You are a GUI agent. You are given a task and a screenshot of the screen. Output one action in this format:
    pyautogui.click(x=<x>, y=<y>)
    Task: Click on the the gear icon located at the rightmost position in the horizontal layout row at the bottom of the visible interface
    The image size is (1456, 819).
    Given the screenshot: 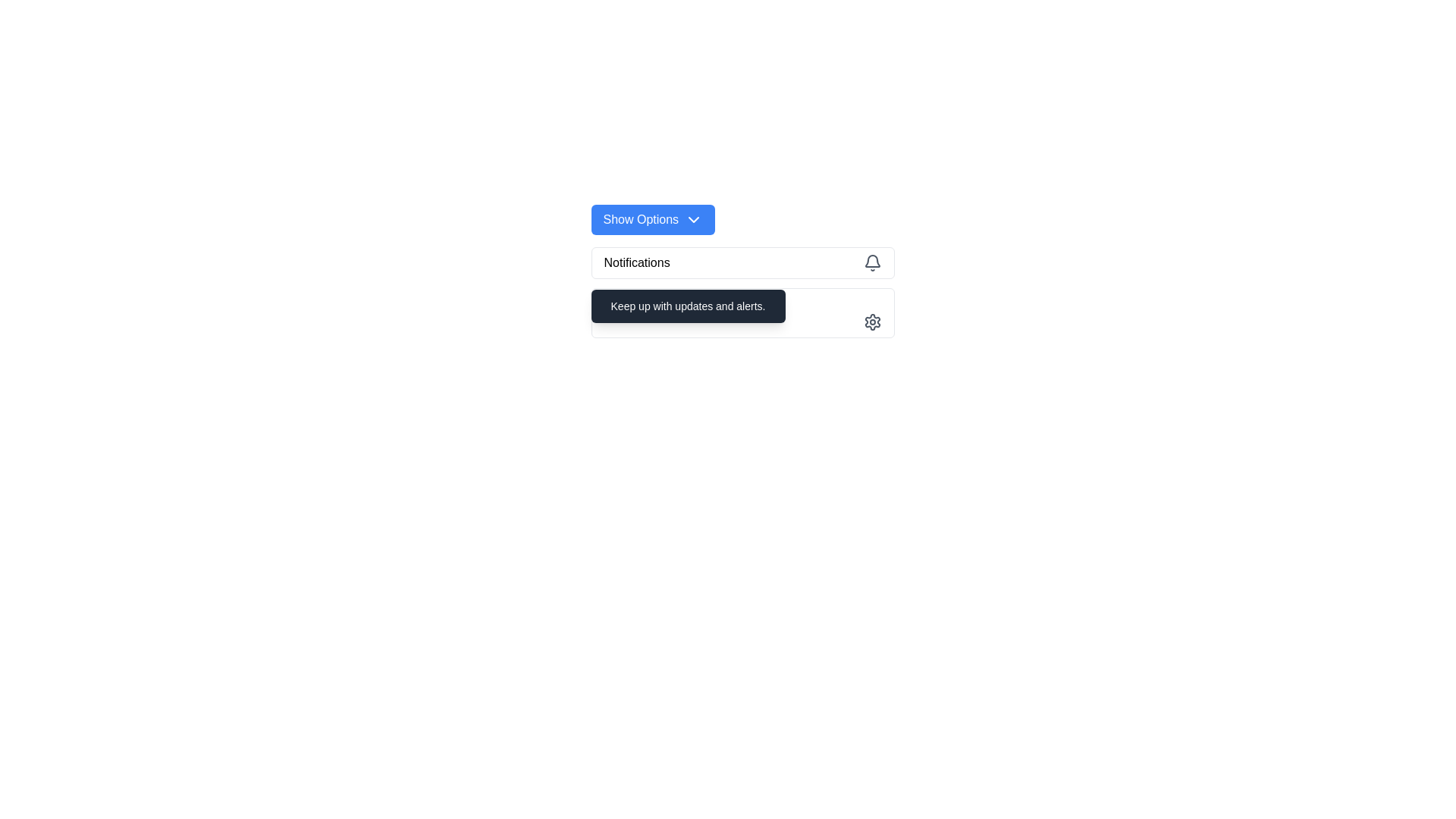 What is the action you would take?
    pyautogui.click(x=872, y=321)
    